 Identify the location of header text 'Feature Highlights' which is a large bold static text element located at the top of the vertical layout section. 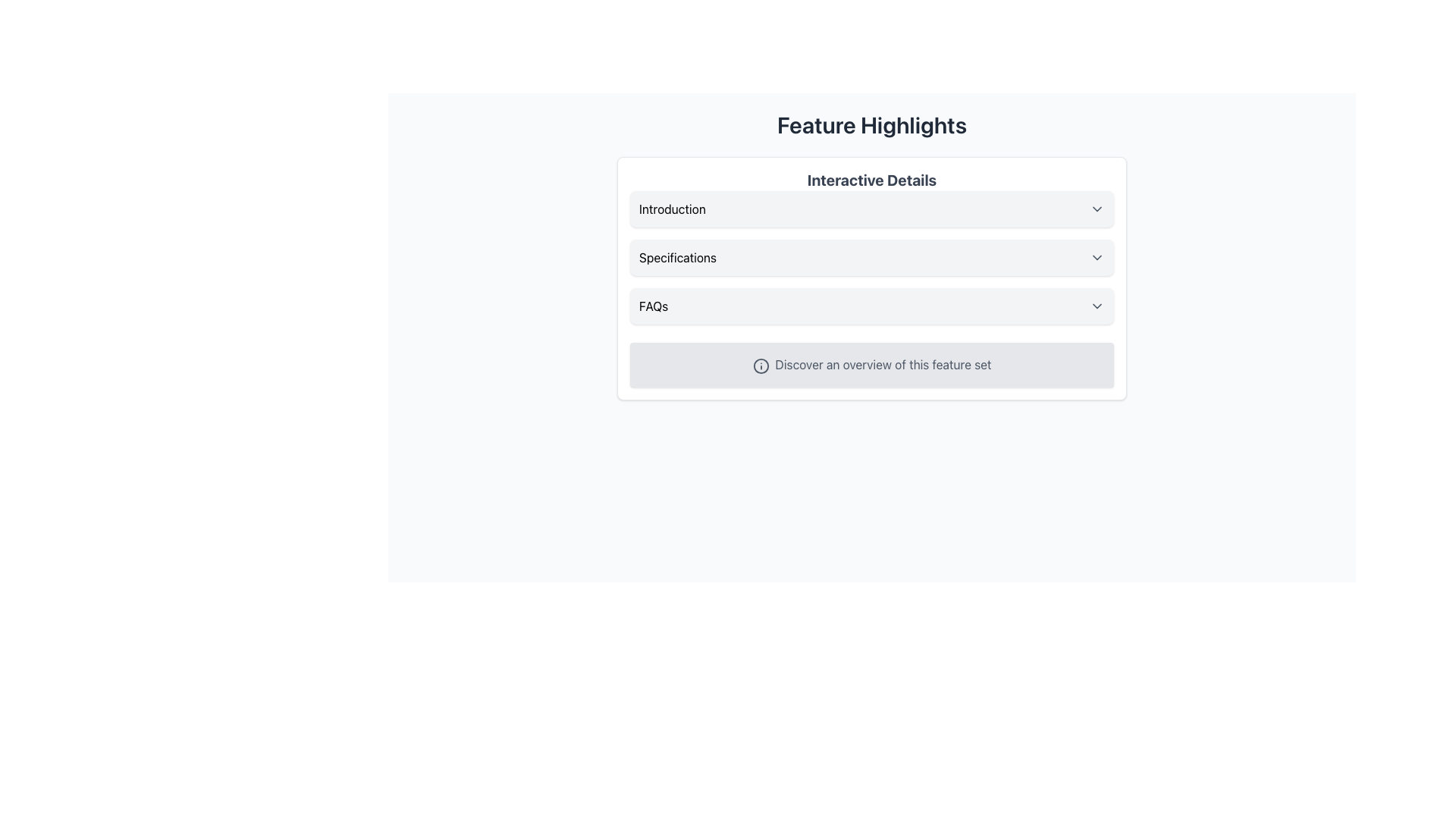
(872, 124).